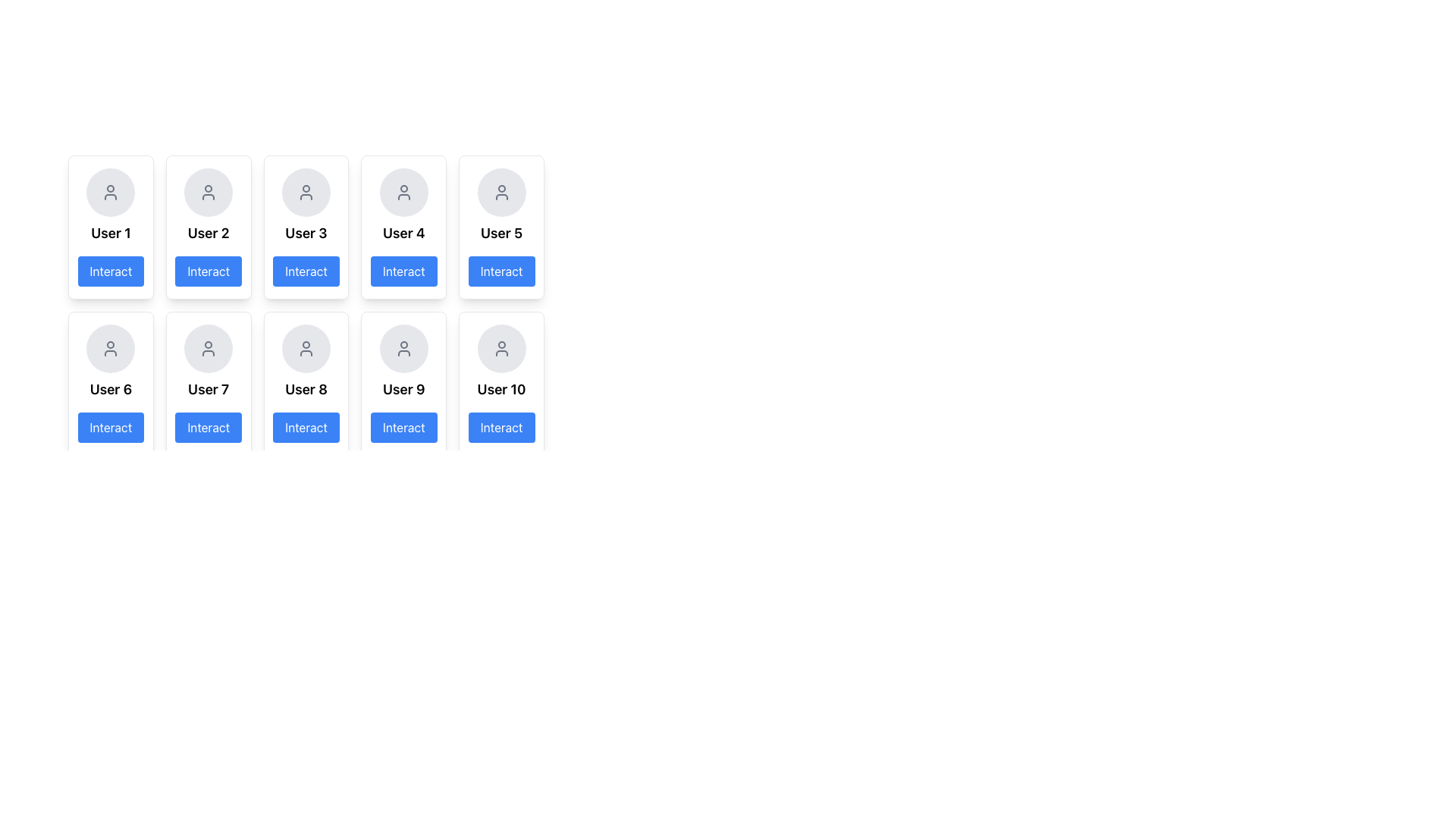  Describe the element at coordinates (110, 348) in the screenshot. I see `the user profile icon, which is a gray outline drawing of a circular head and shoulders, located in the second row of the grid layout, under the 'User 6' label` at that location.